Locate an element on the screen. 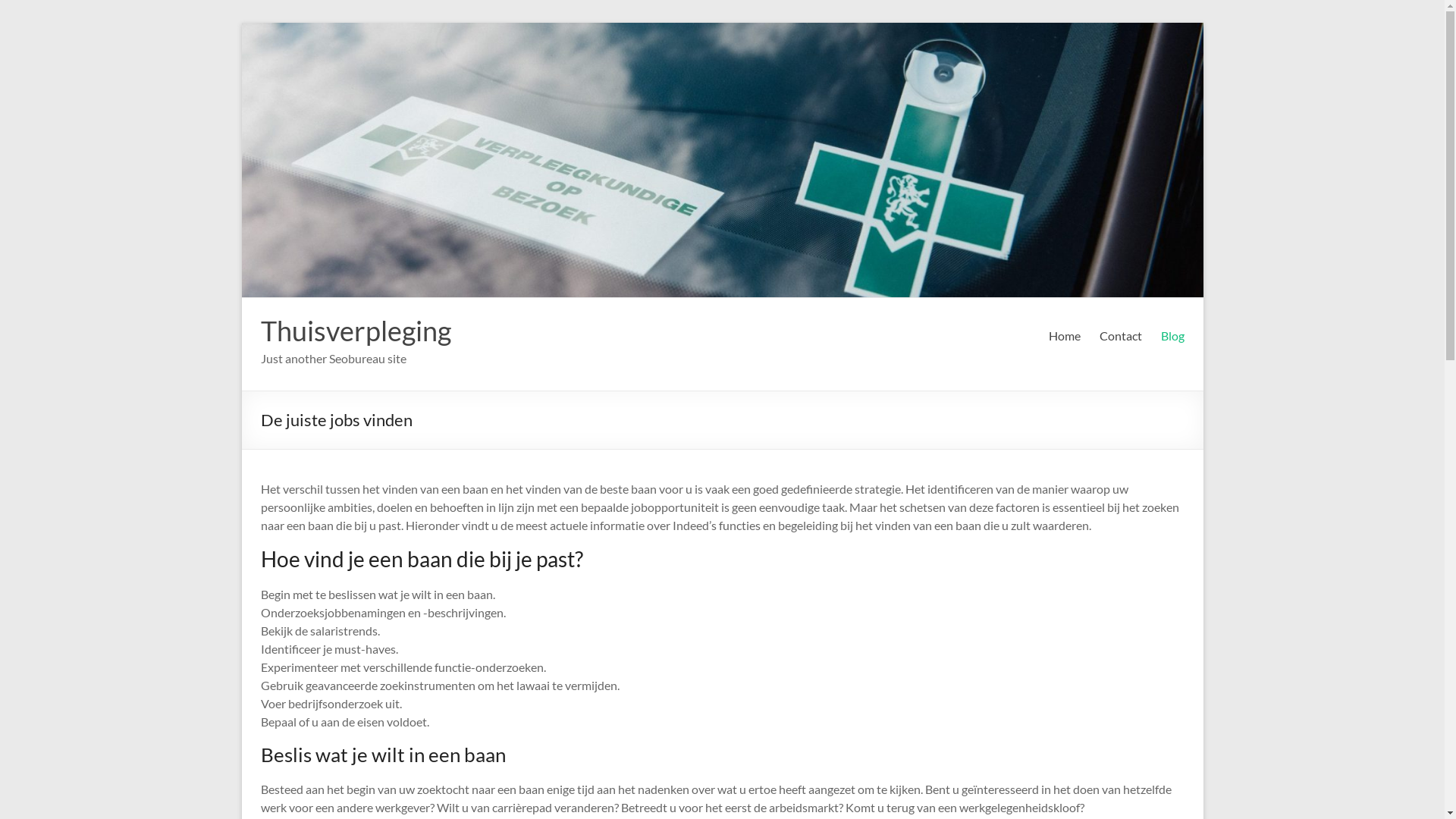 This screenshot has width=1456, height=819. 'Home' is located at coordinates (1062, 335).